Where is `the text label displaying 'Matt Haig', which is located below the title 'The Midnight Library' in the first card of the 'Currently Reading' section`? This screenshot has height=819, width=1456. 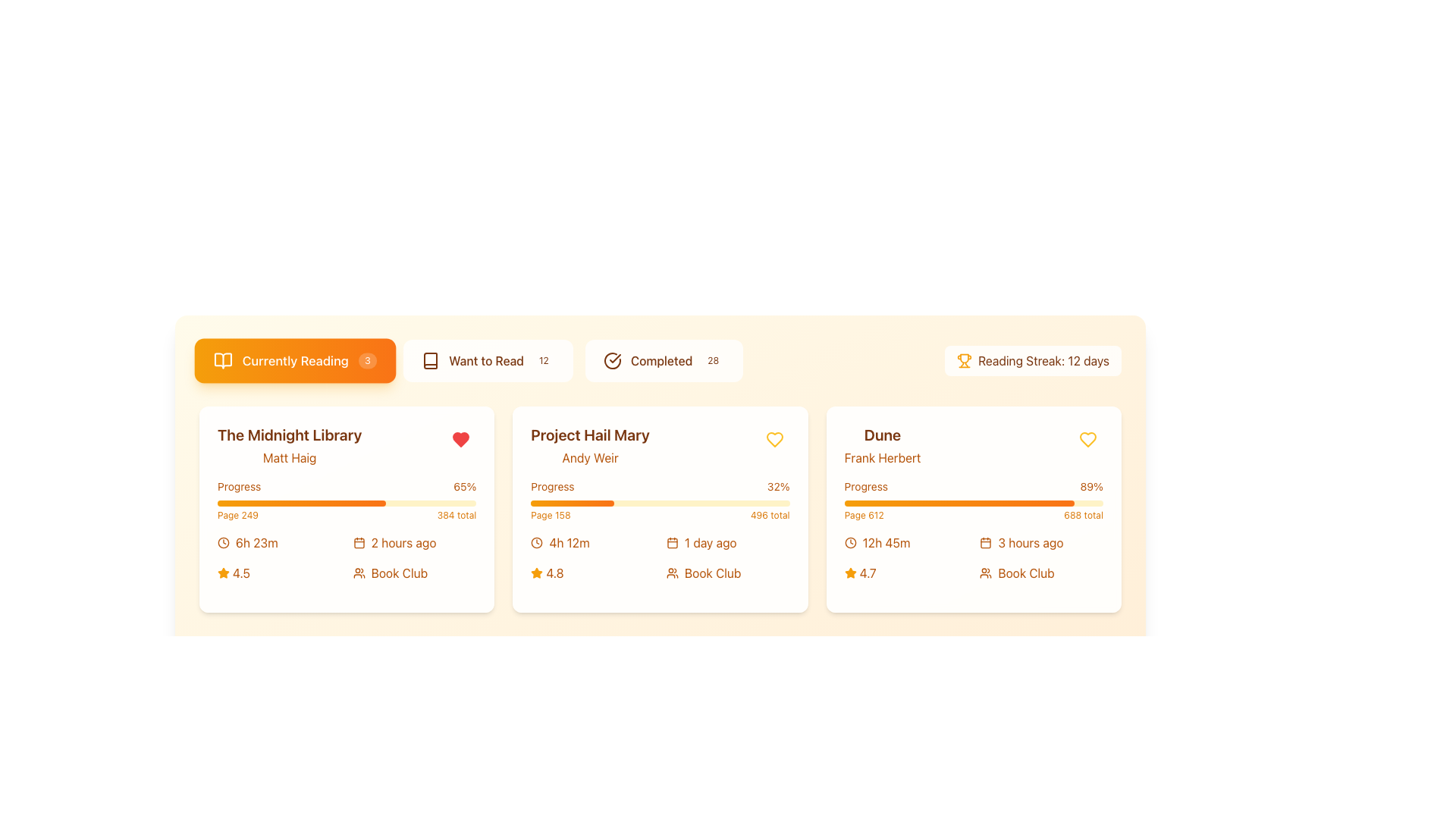
the text label displaying 'Matt Haig', which is located below the title 'The Midnight Library' in the first card of the 'Currently Reading' section is located at coordinates (290, 457).